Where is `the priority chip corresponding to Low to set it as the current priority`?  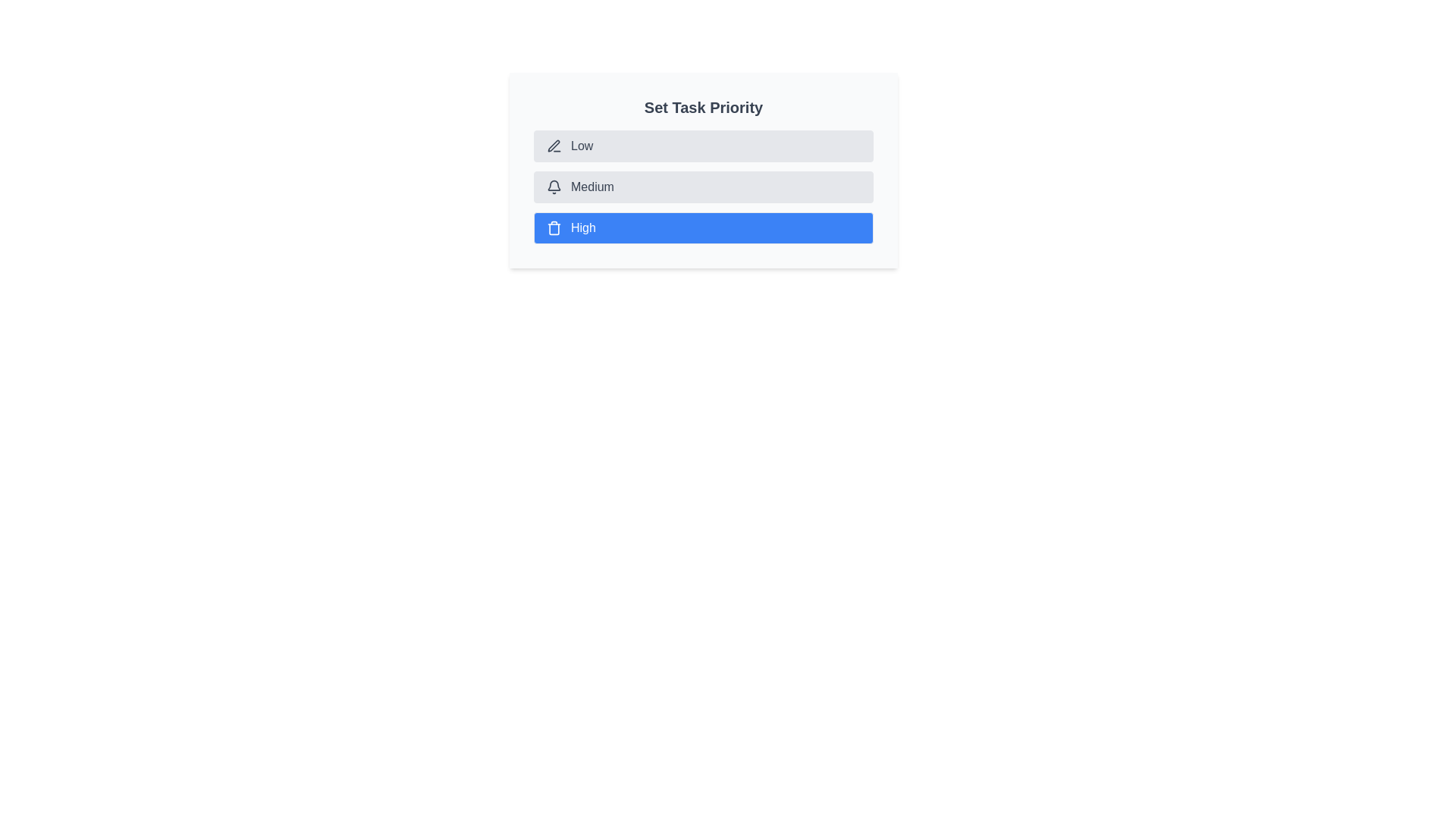
the priority chip corresponding to Low to set it as the current priority is located at coordinates (702, 146).